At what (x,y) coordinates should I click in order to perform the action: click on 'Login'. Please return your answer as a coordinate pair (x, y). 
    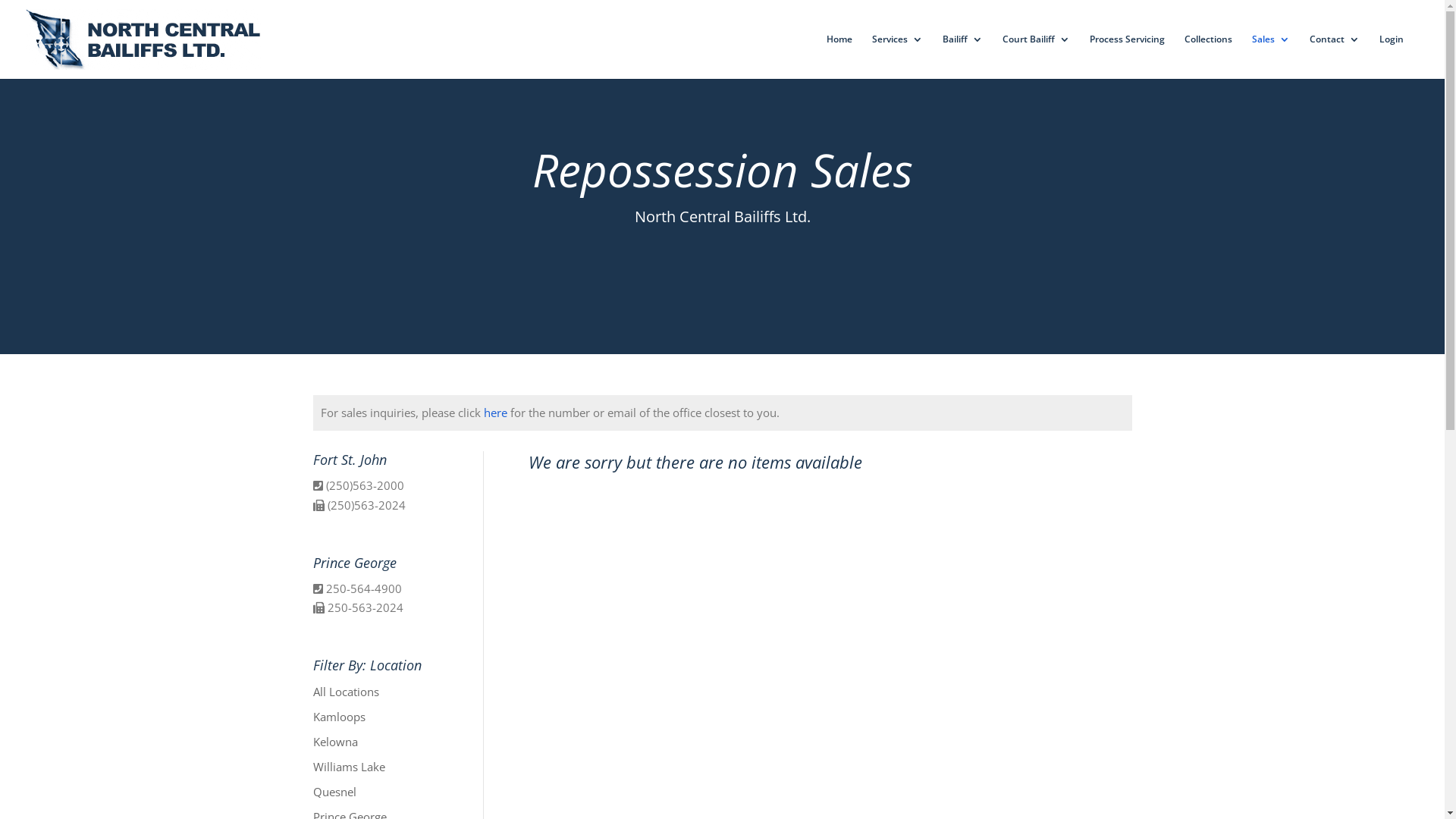
    Looking at the image, I should click on (1391, 55).